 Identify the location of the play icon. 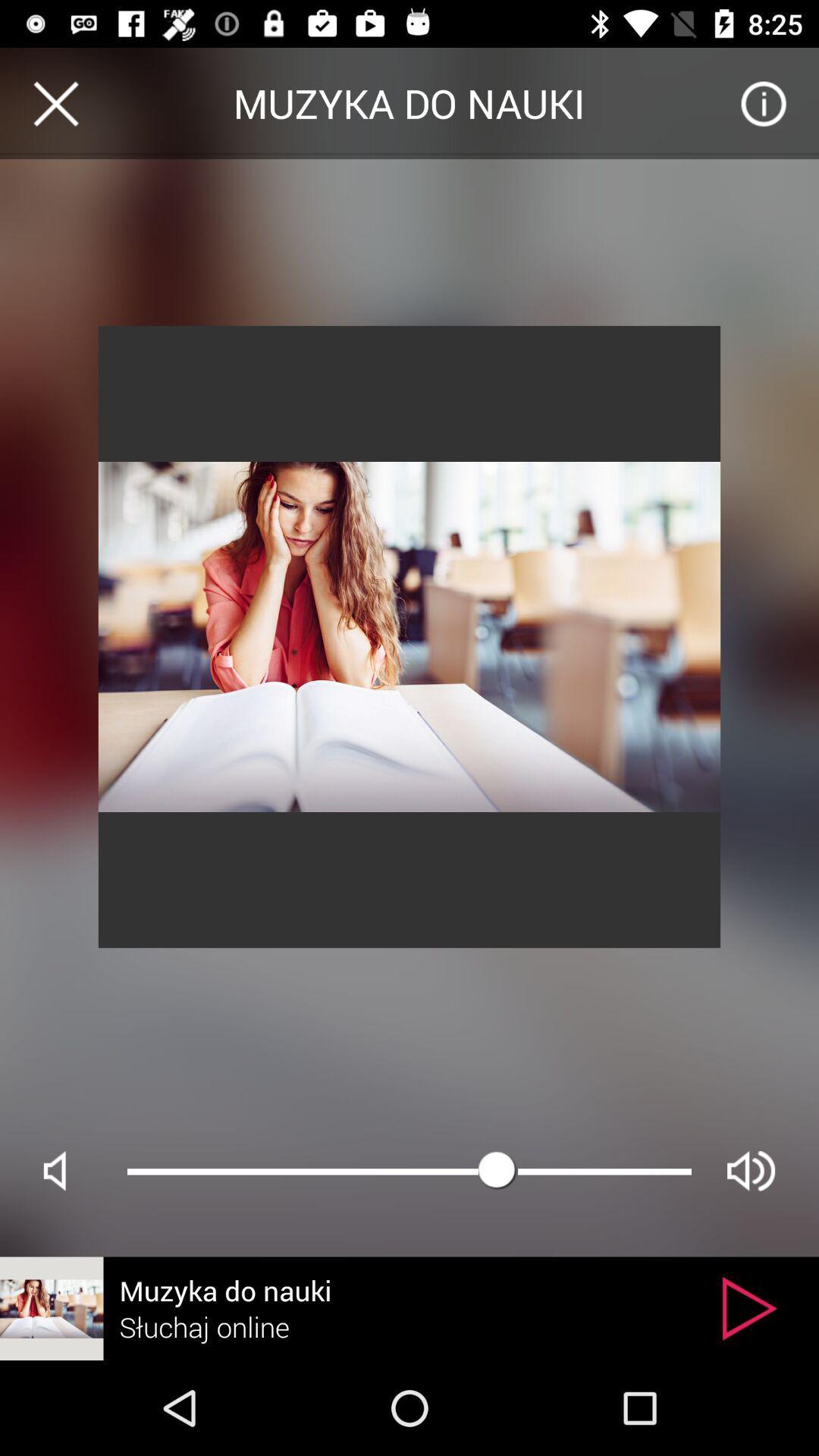
(748, 1307).